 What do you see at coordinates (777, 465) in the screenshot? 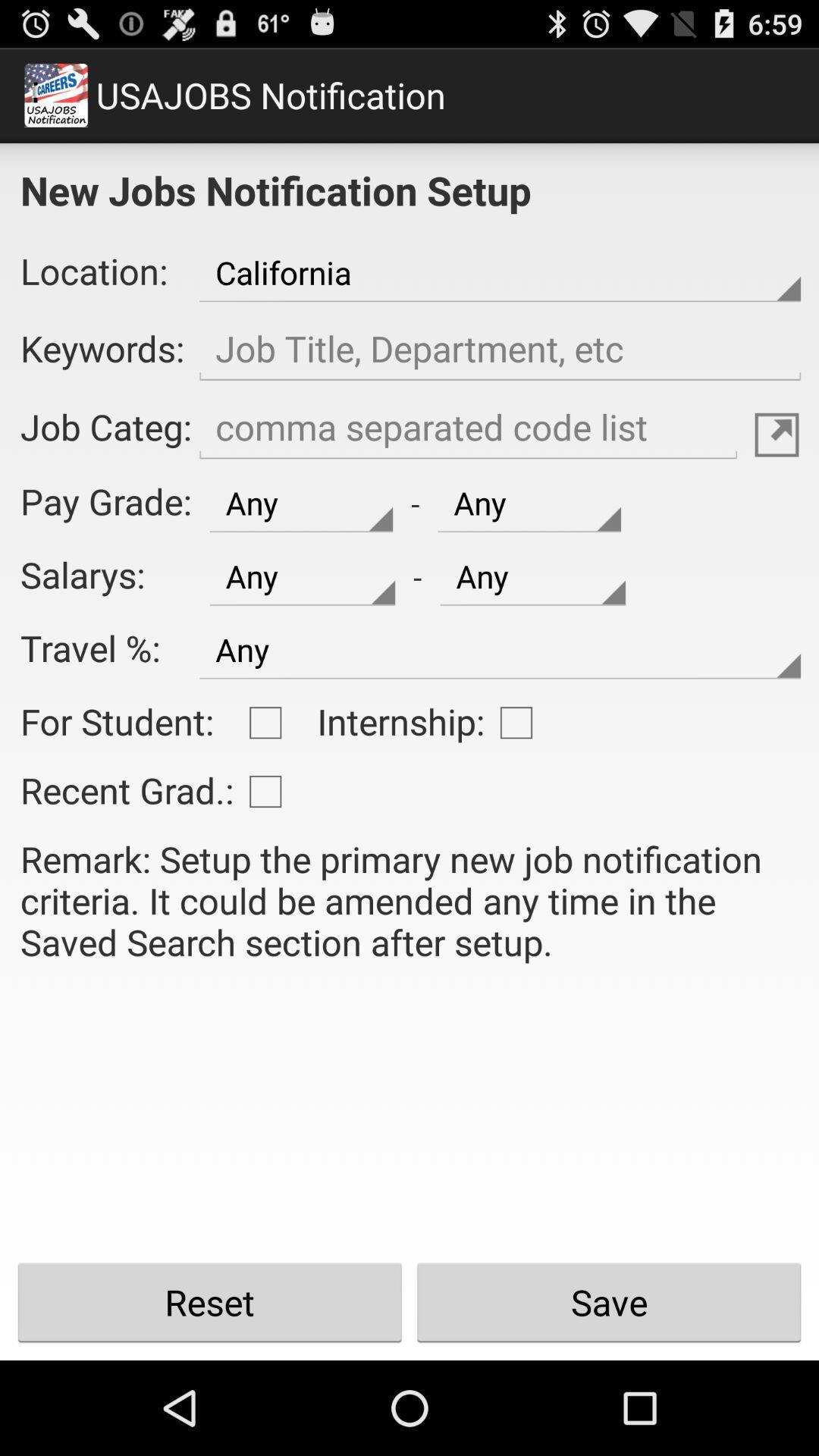
I see `the launch icon` at bounding box center [777, 465].